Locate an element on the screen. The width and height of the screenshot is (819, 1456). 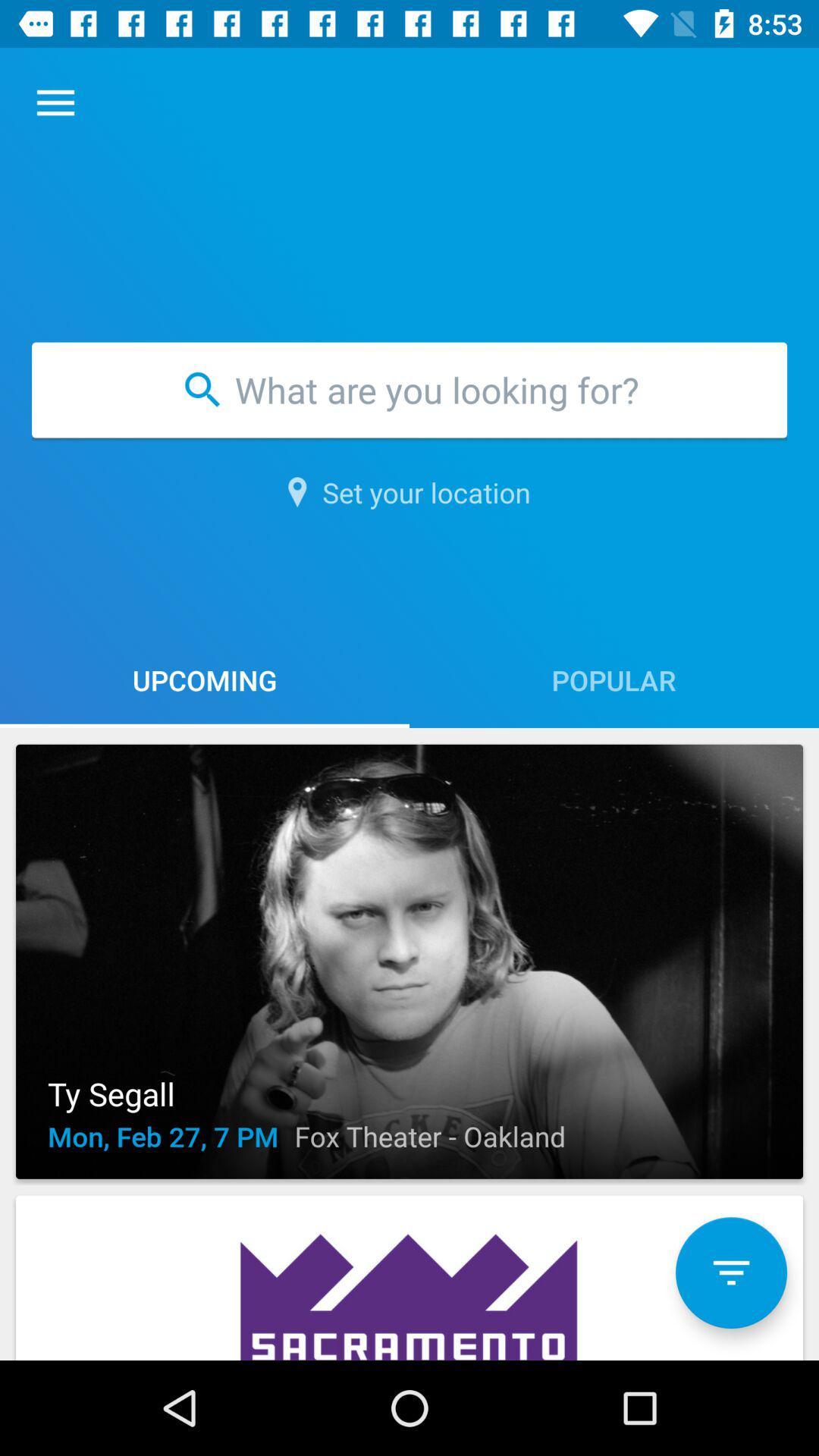
volume button is located at coordinates (730, 1272).